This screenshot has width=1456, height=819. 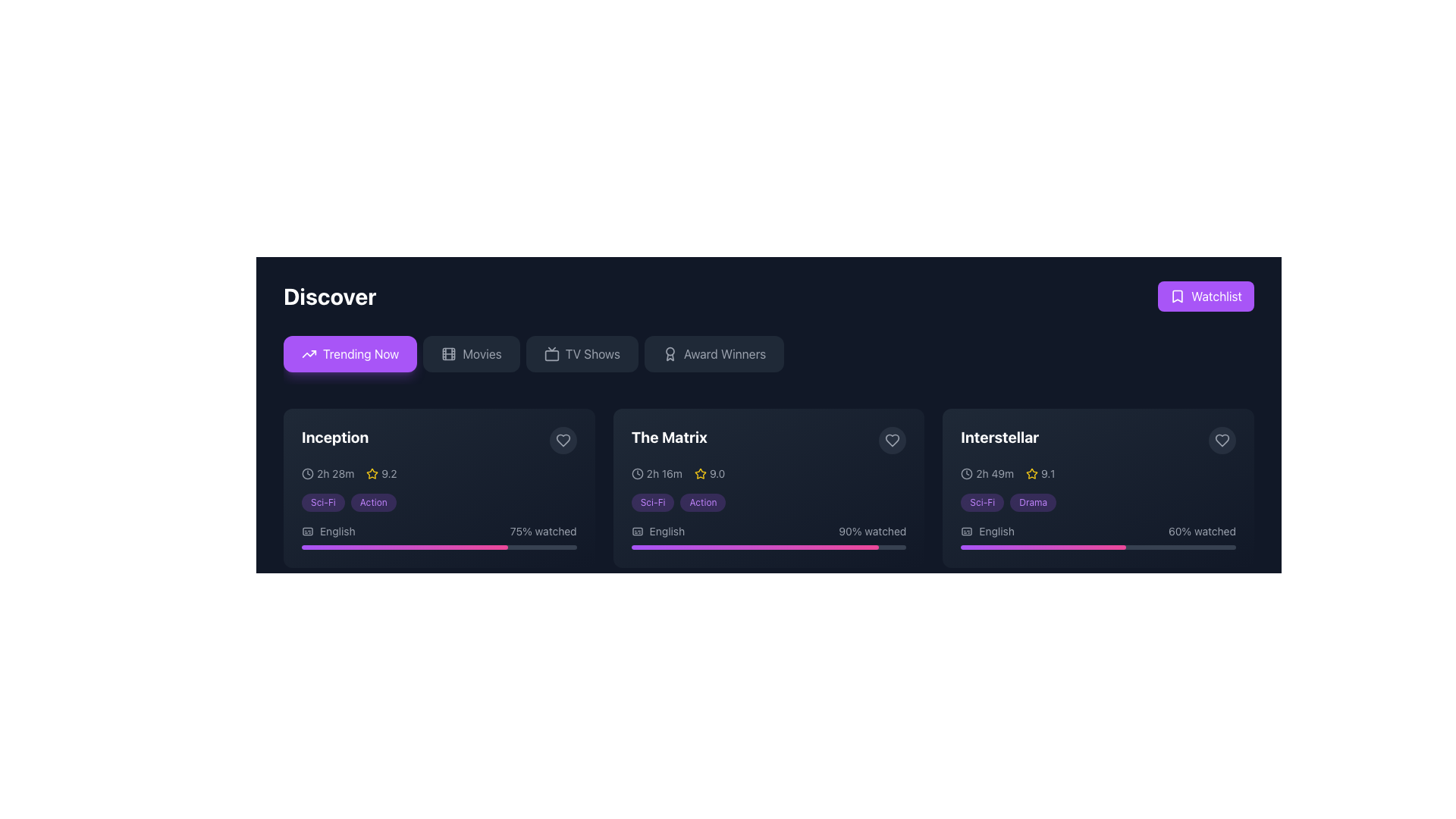 I want to click on the visual rating indicator displaying a score of 9.2 for the movie Inception, located in the bottom-left section of the card, so click(x=381, y=472).